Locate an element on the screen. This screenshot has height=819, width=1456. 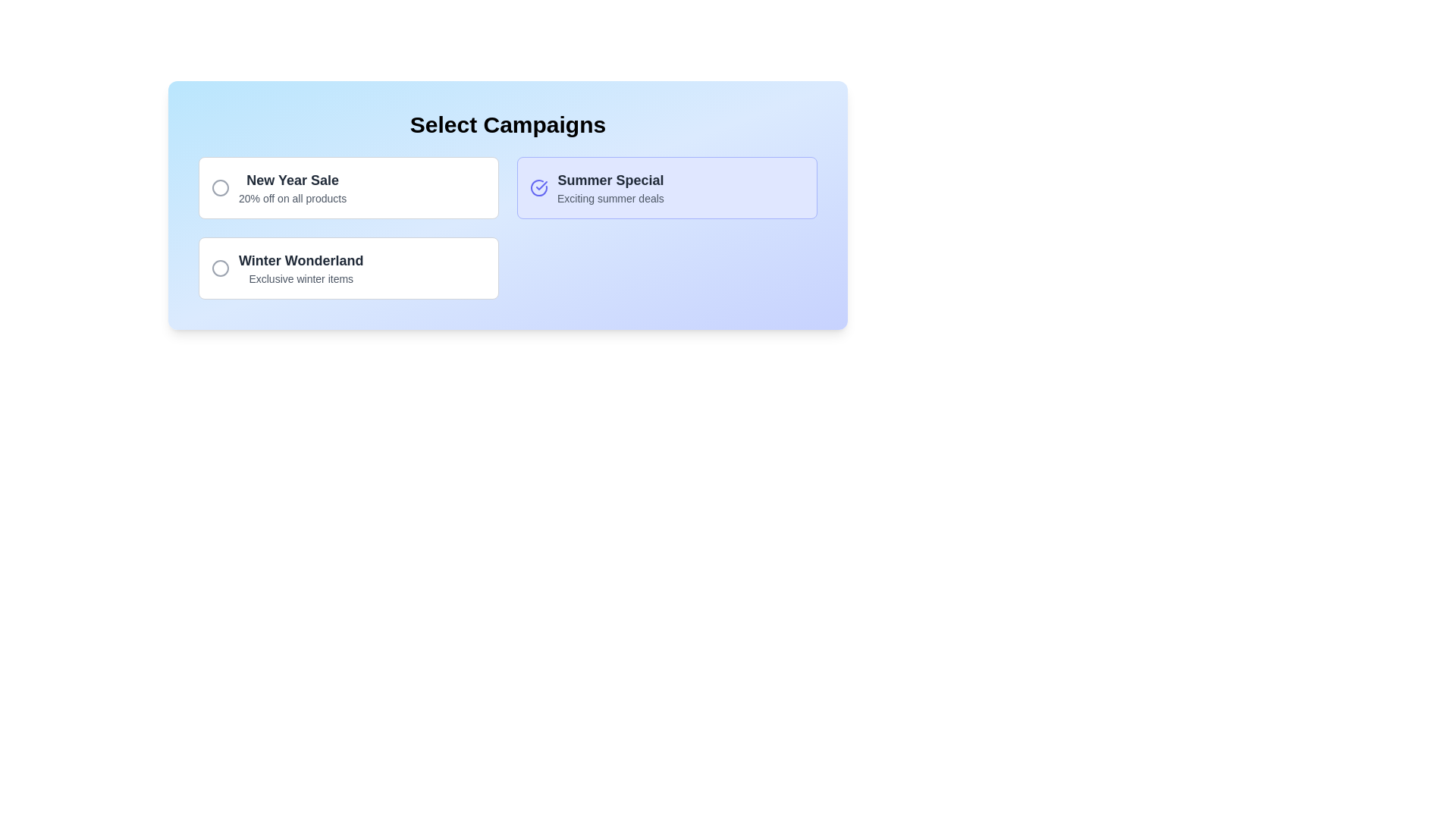
the title text for the 'Summer Special' campaign, which is located in the middle card of the 'Select Campaigns' selection group, above the descriptive text is located at coordinates (610, 180).